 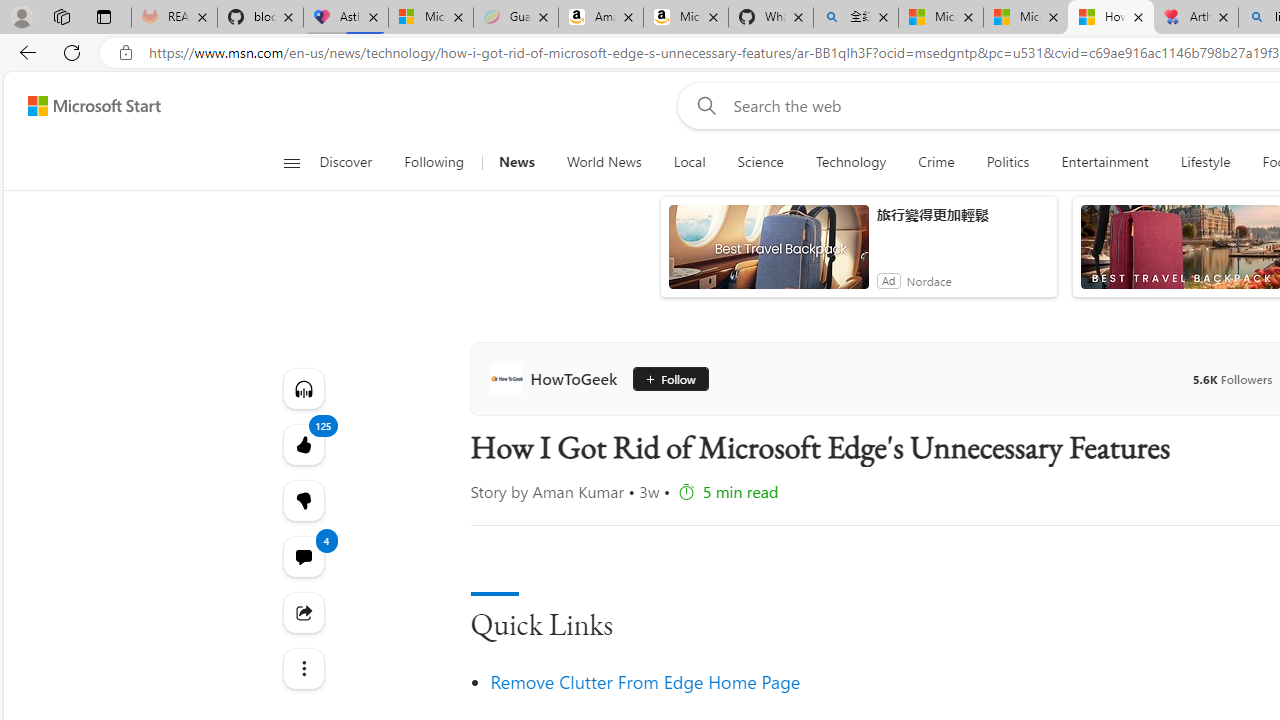 What do you see at coordinates (667, 379) in the screenshot?
I see `'Follow'` at bounding box center [667, 379].